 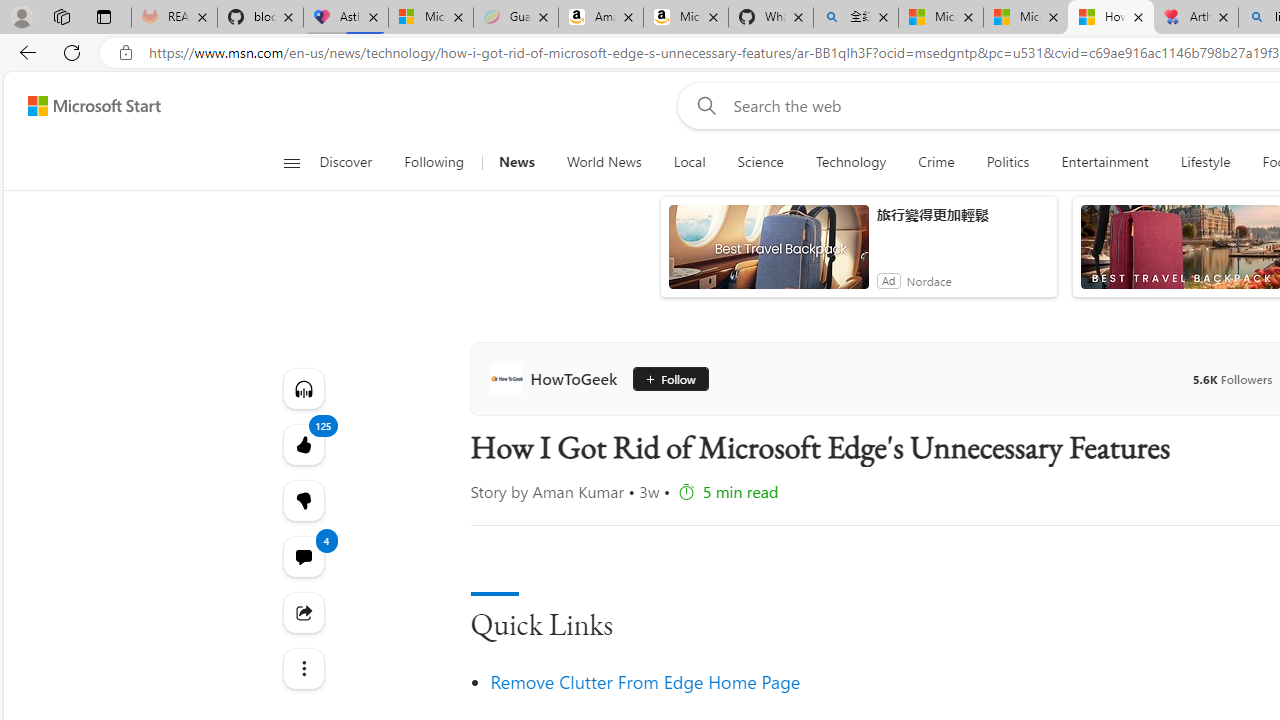 What do you see at coordinates (667, 379) in the screenshot?
I see `'Follow'` at bounding box center [667, 379].